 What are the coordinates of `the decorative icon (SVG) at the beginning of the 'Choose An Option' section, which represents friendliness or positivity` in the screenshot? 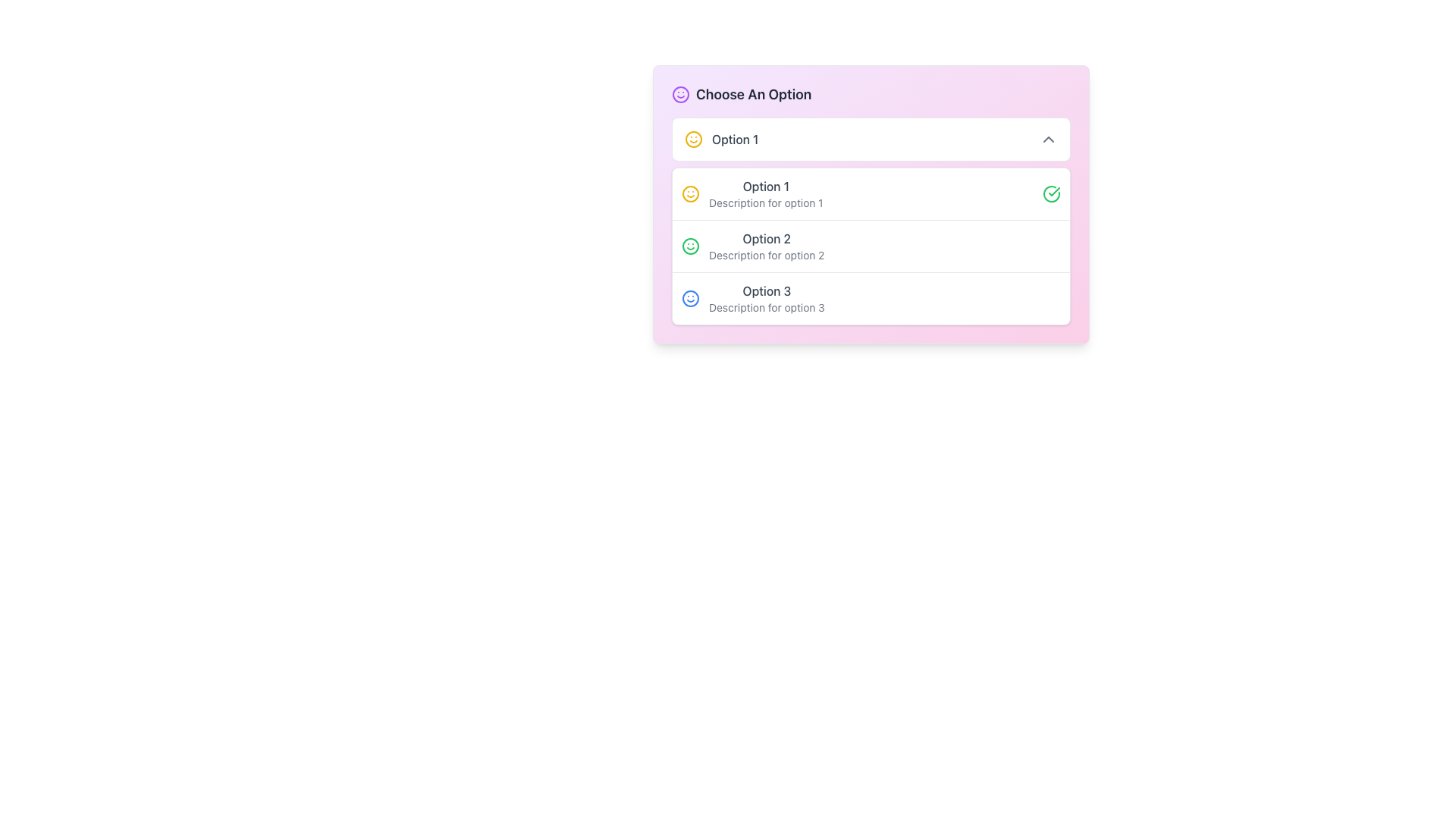 It's located at (679, 94).